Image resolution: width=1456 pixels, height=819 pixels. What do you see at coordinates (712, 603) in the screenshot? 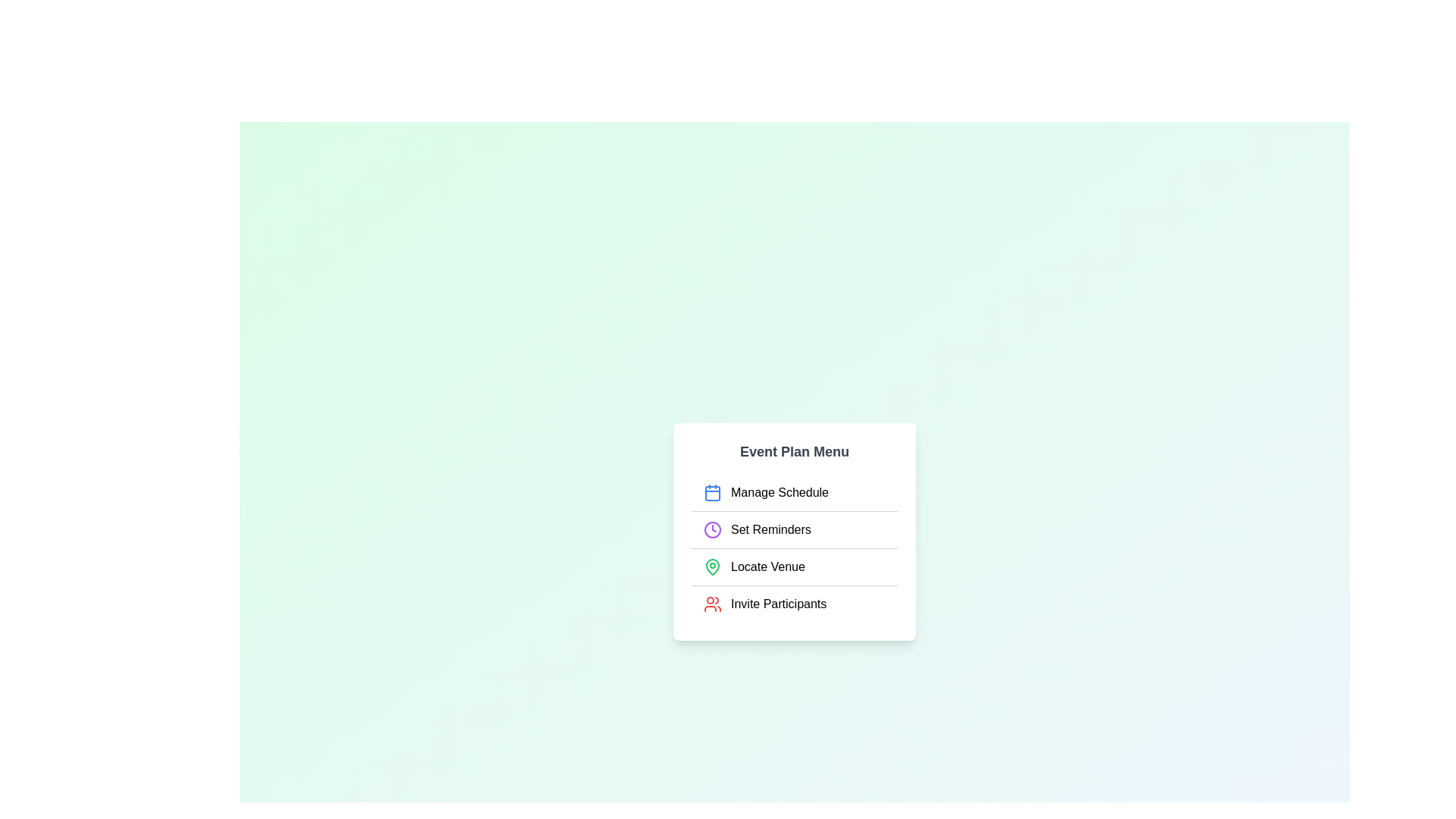
I see `the menu item Invite Participants to inspect its associated icon` at bounding box center [712, 603].